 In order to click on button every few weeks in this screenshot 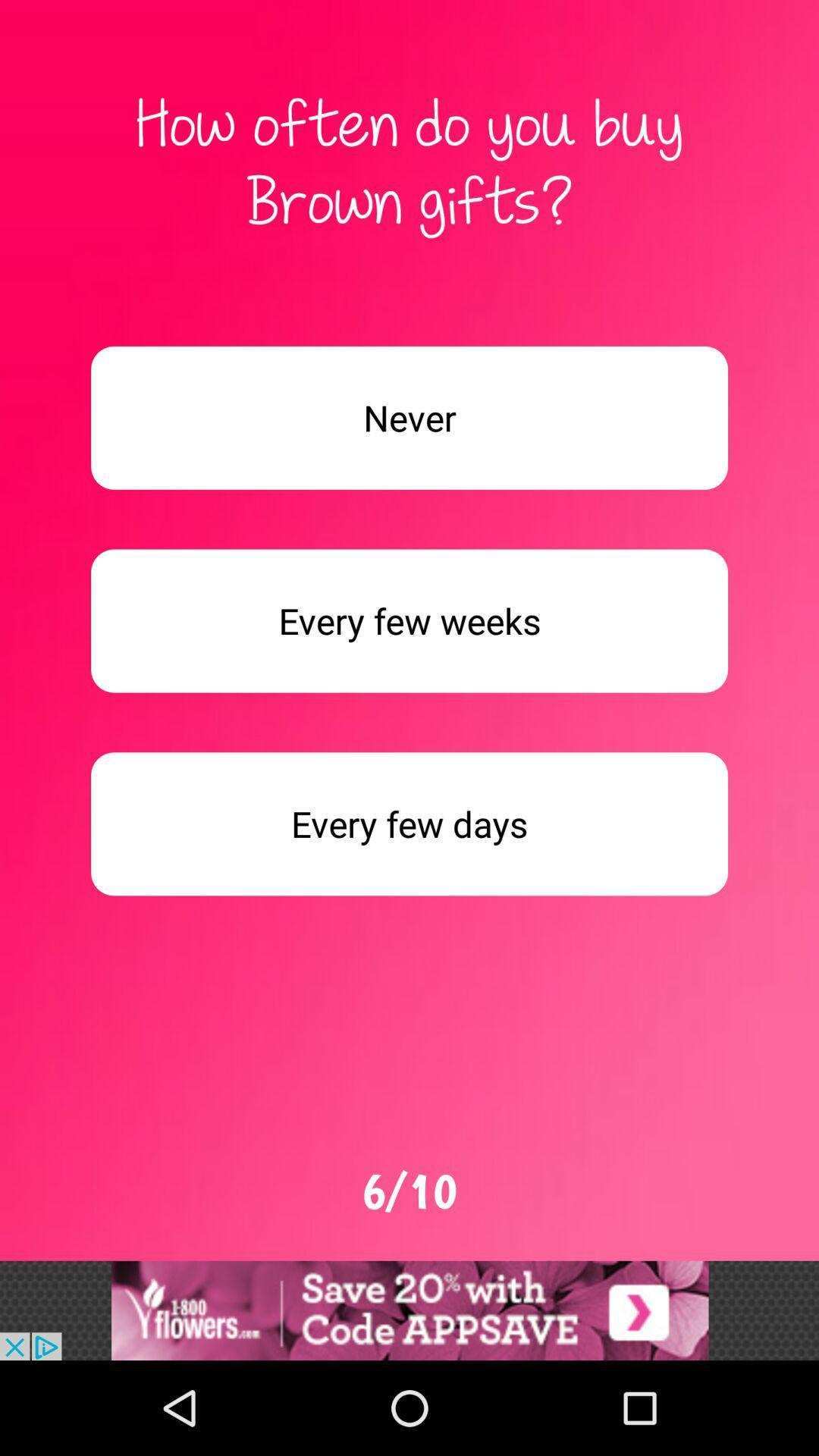, I will do `click(409, 621)`.